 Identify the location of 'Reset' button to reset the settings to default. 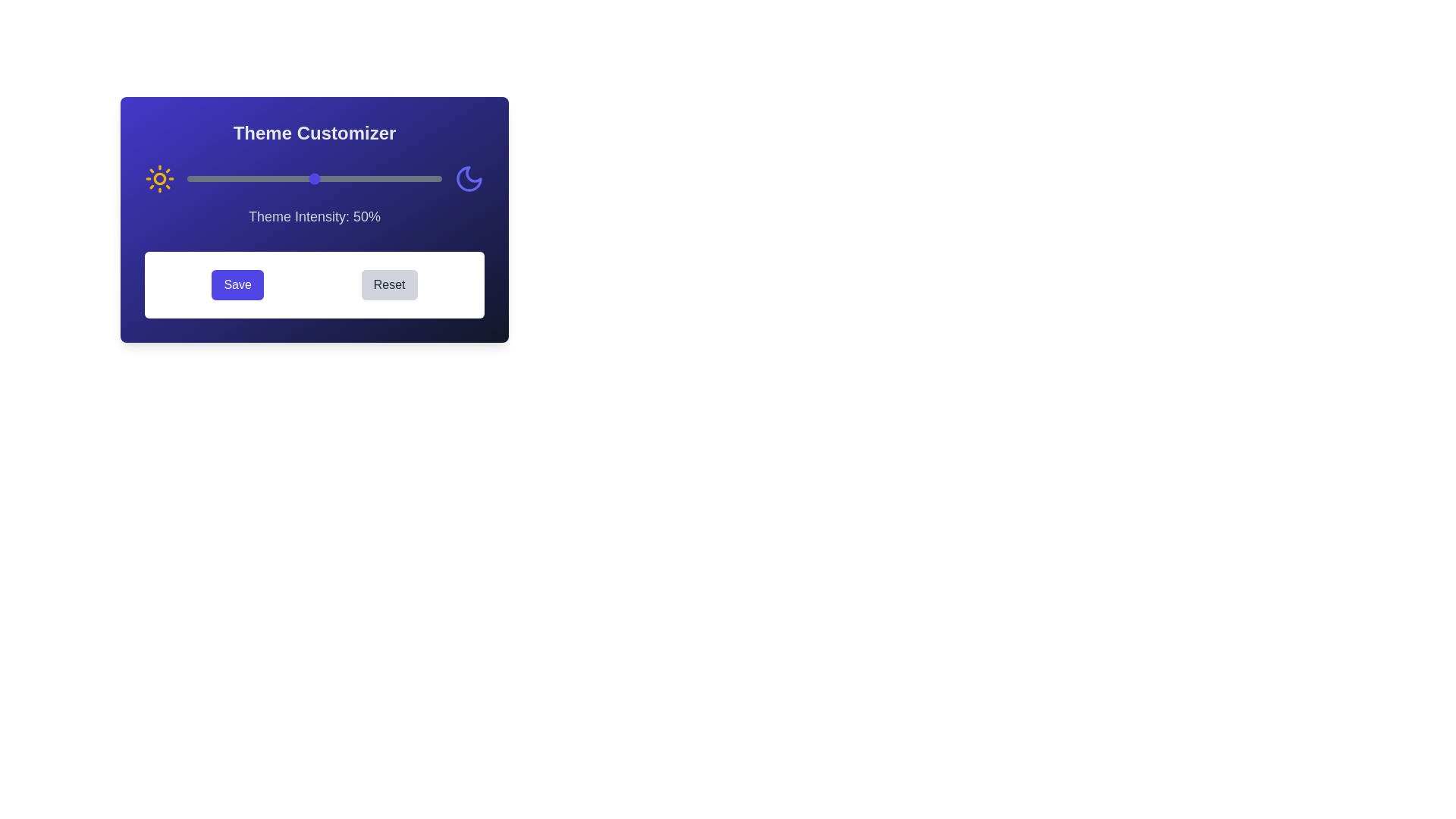
(389, 284).